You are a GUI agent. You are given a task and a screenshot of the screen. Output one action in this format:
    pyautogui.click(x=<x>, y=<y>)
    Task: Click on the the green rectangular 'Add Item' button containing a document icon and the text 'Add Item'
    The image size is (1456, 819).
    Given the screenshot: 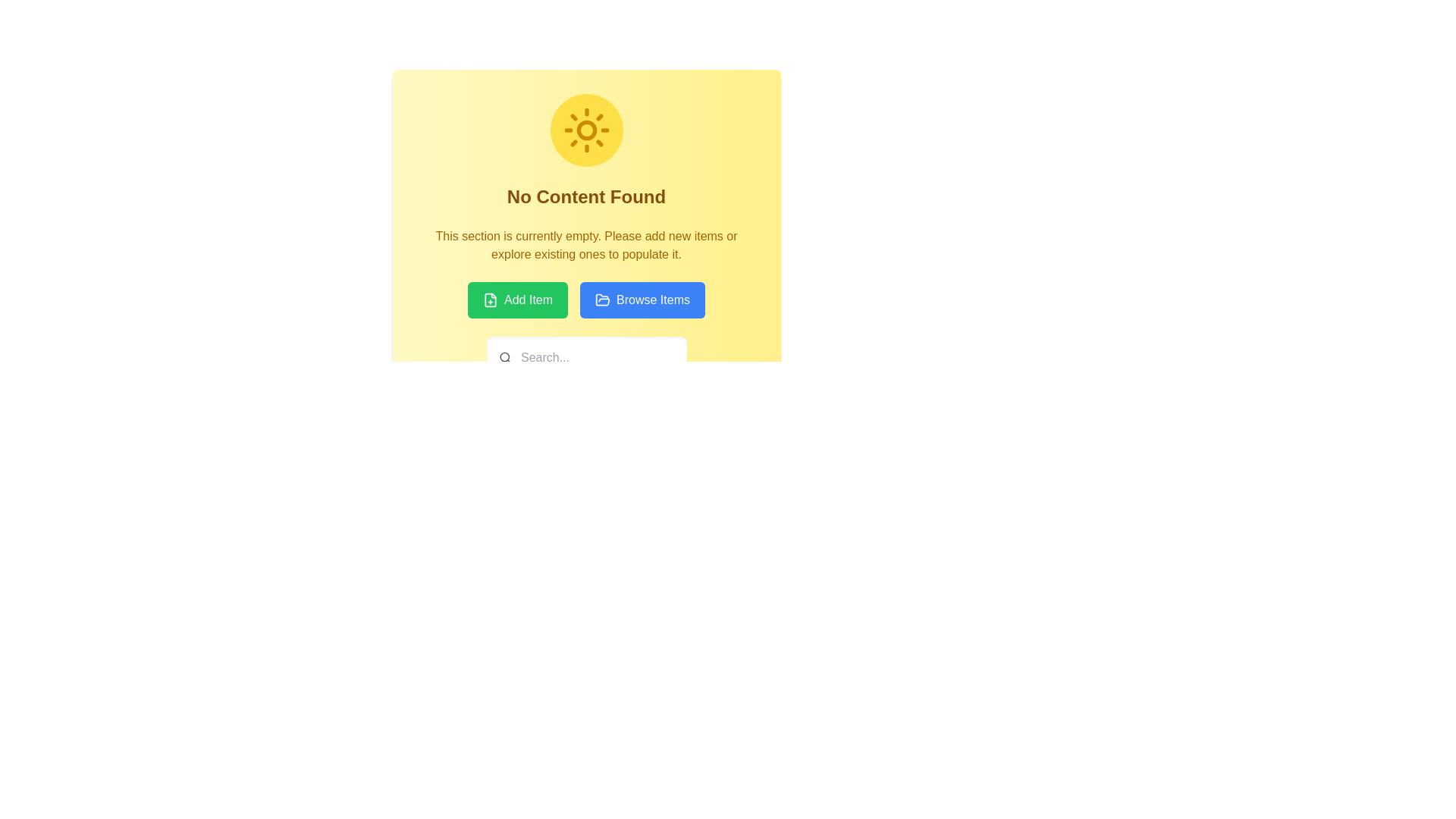 What is the action you would take?
    pyautogui.click(x=491, y=300)
    